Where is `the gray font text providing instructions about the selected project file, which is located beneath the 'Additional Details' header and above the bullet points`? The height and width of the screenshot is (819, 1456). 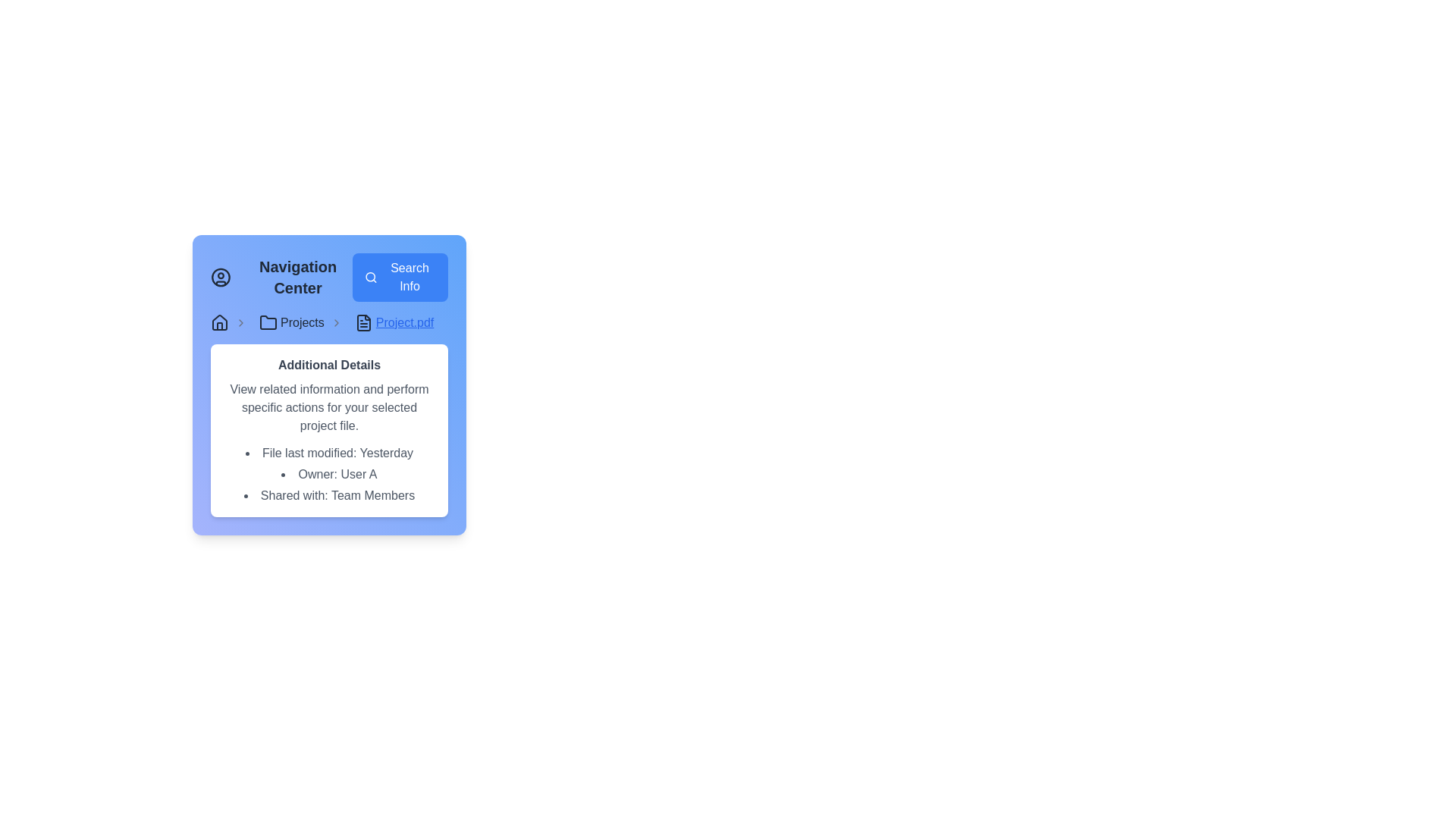 the gray font text providing instructions about the selected project file, which is located beneath the 'Additional Details' header and above the bullet points is located at coordinates (328, 406).